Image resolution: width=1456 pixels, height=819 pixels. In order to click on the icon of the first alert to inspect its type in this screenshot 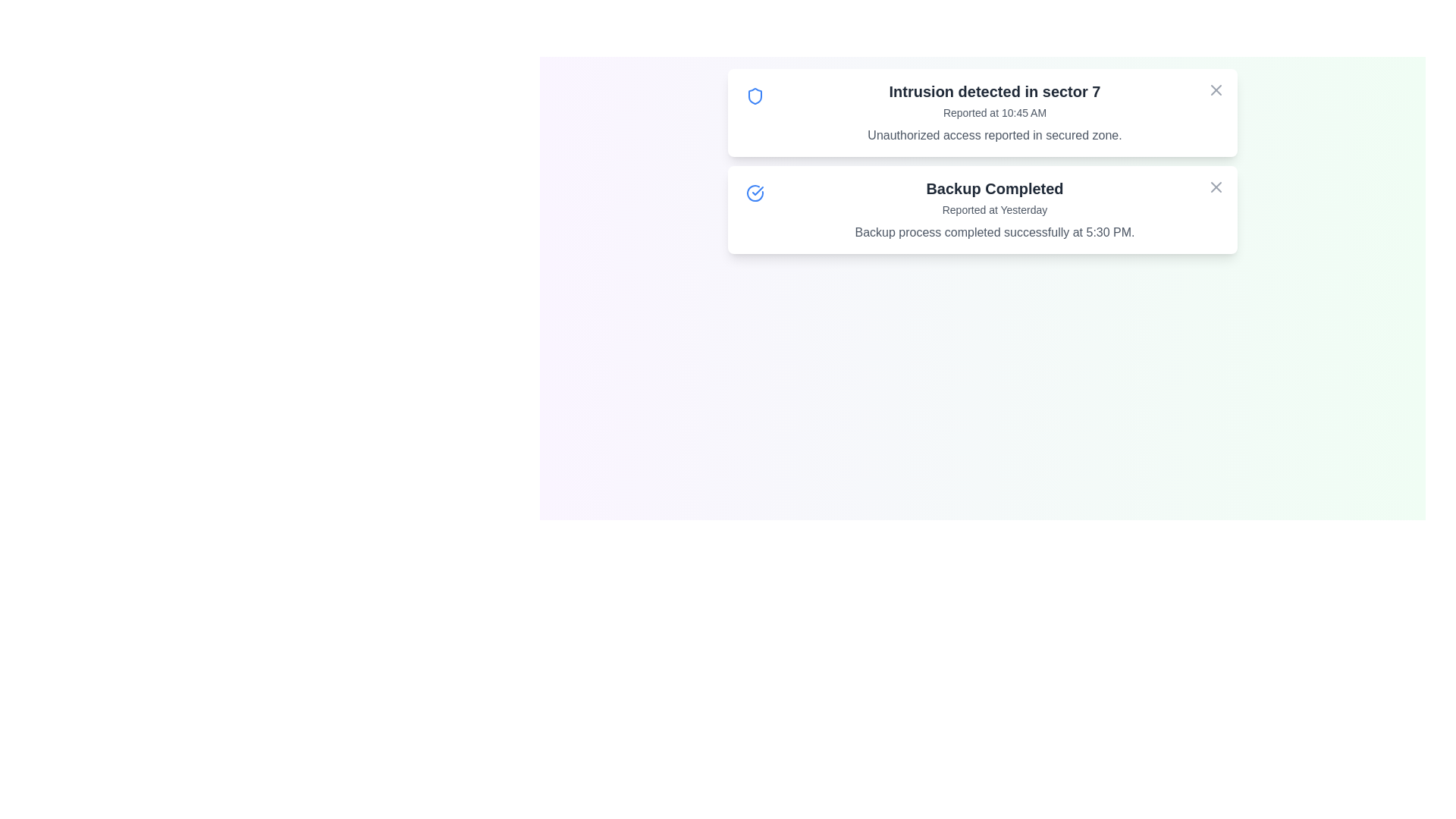, I will do `click(755, 96)`.